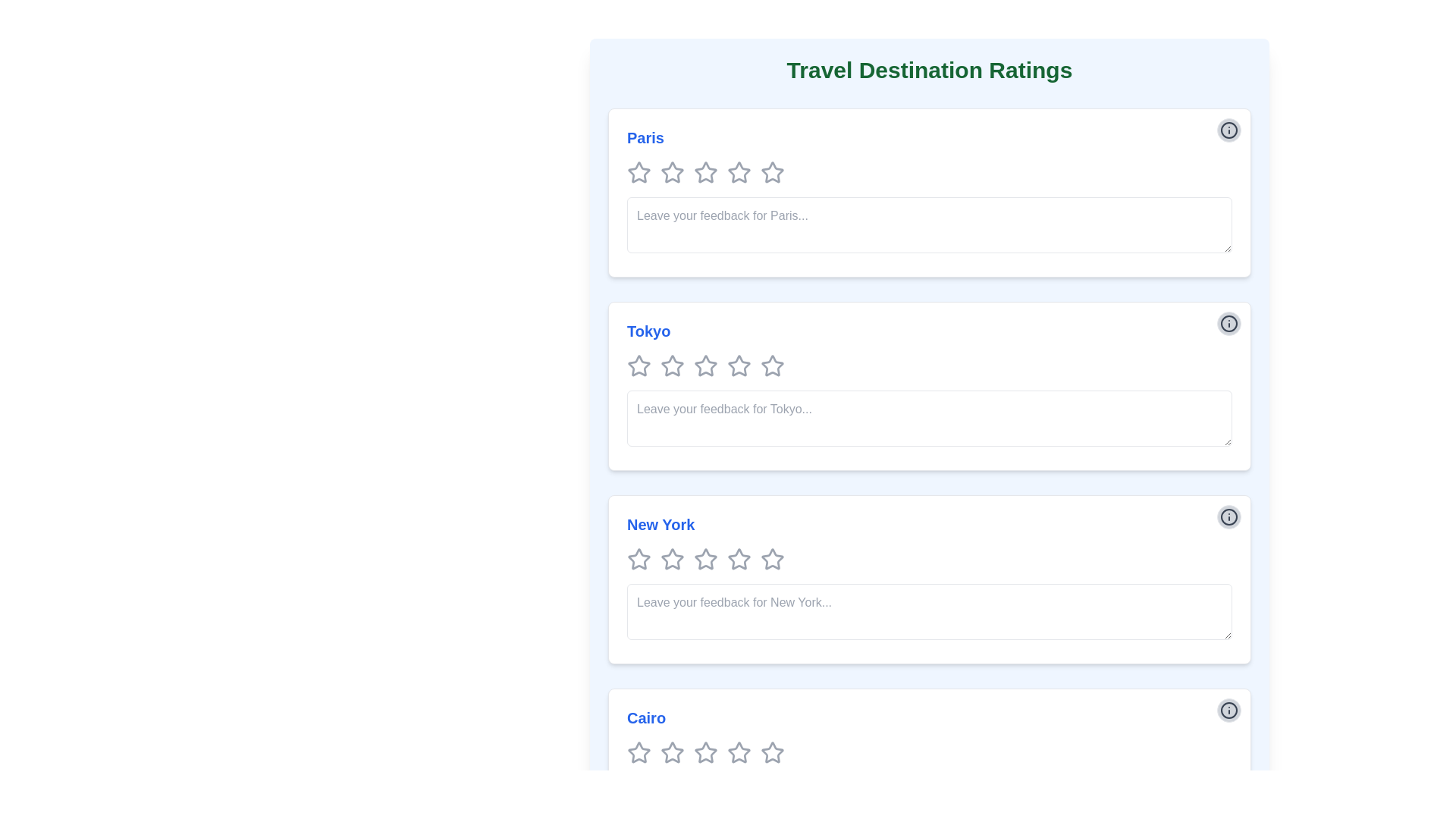  What do you see at coordinates (1229, 711) in the screenshot?
I see `the informational button located in the top-right corner of the white card labeled 'Cairo'` at bounding box center [1229, 711].